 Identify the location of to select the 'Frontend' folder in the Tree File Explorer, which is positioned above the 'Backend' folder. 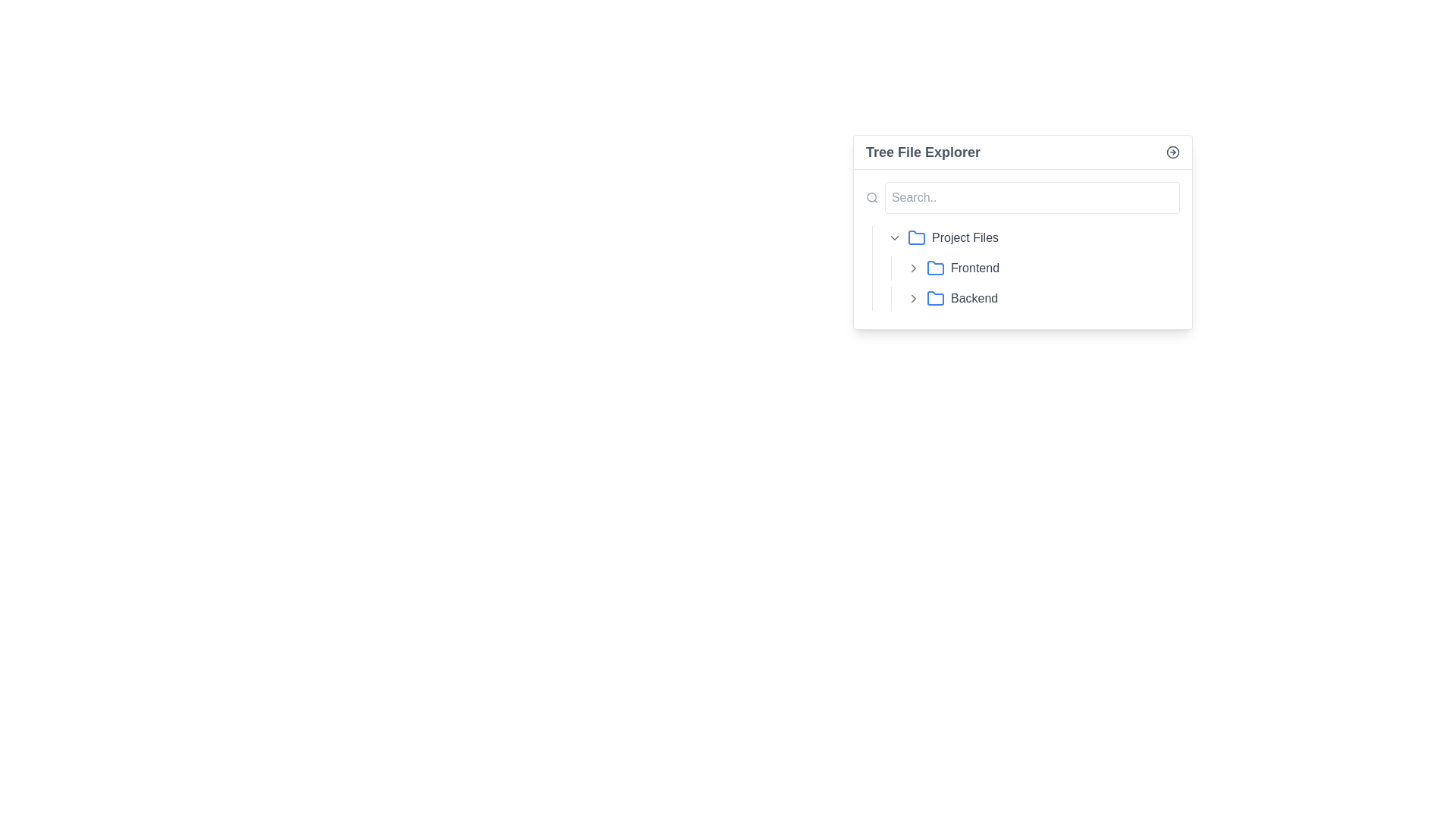
(1040, 268).